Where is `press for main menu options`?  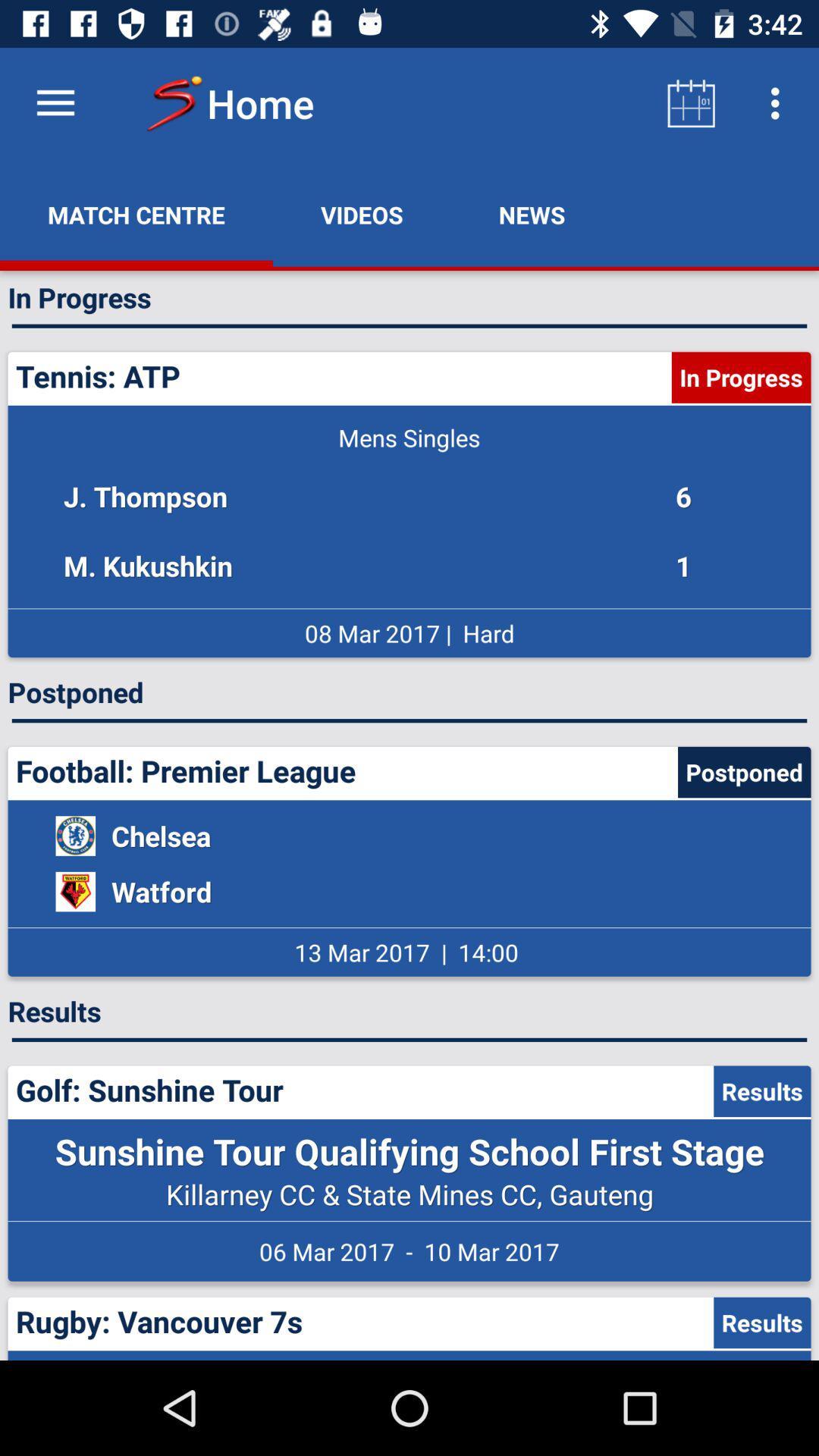
press for main menu options is located at coordinates (55, 102).